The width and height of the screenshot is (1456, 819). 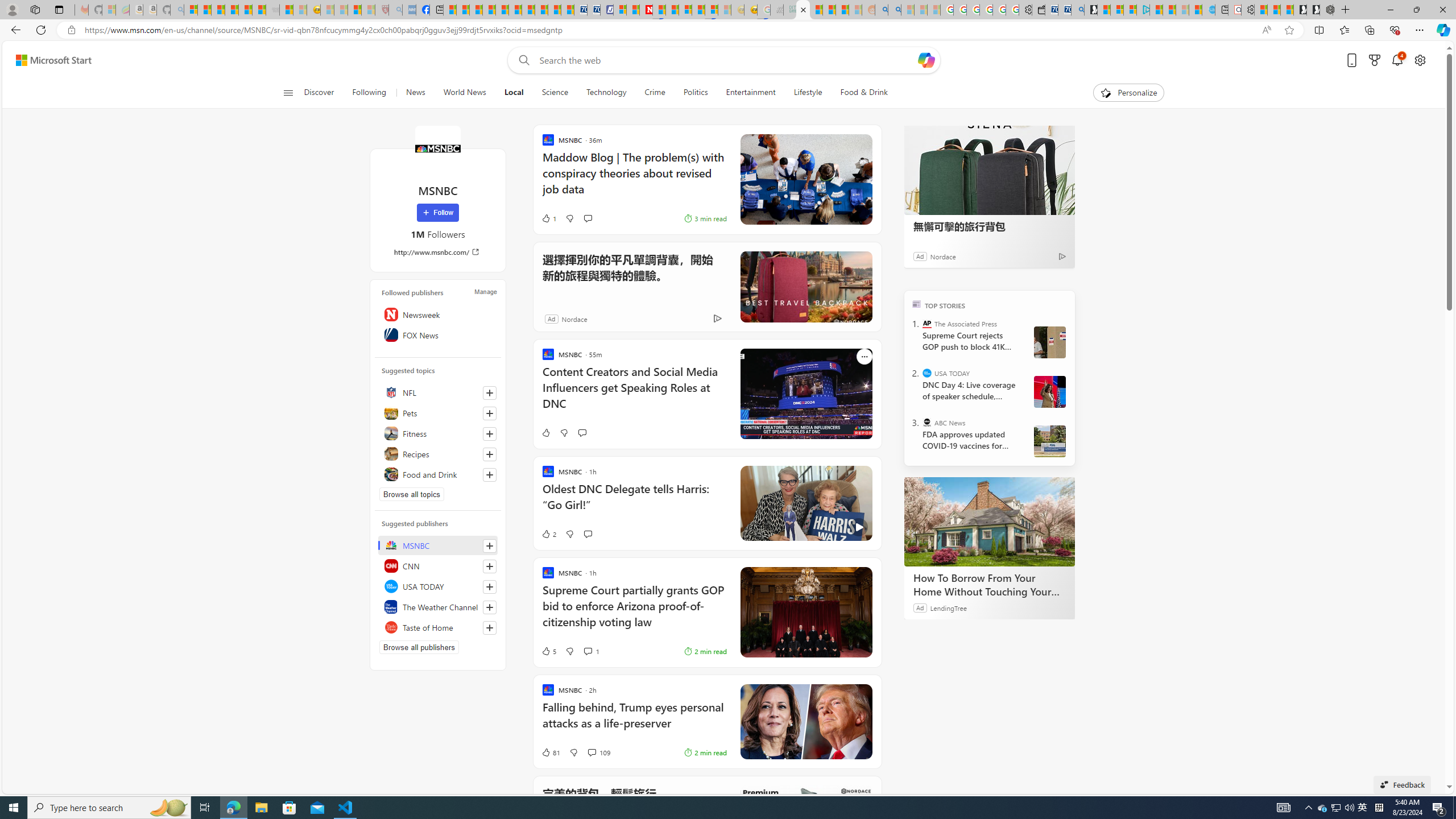 I want to click on 'The Associated Press', so click(x=927, y=323).